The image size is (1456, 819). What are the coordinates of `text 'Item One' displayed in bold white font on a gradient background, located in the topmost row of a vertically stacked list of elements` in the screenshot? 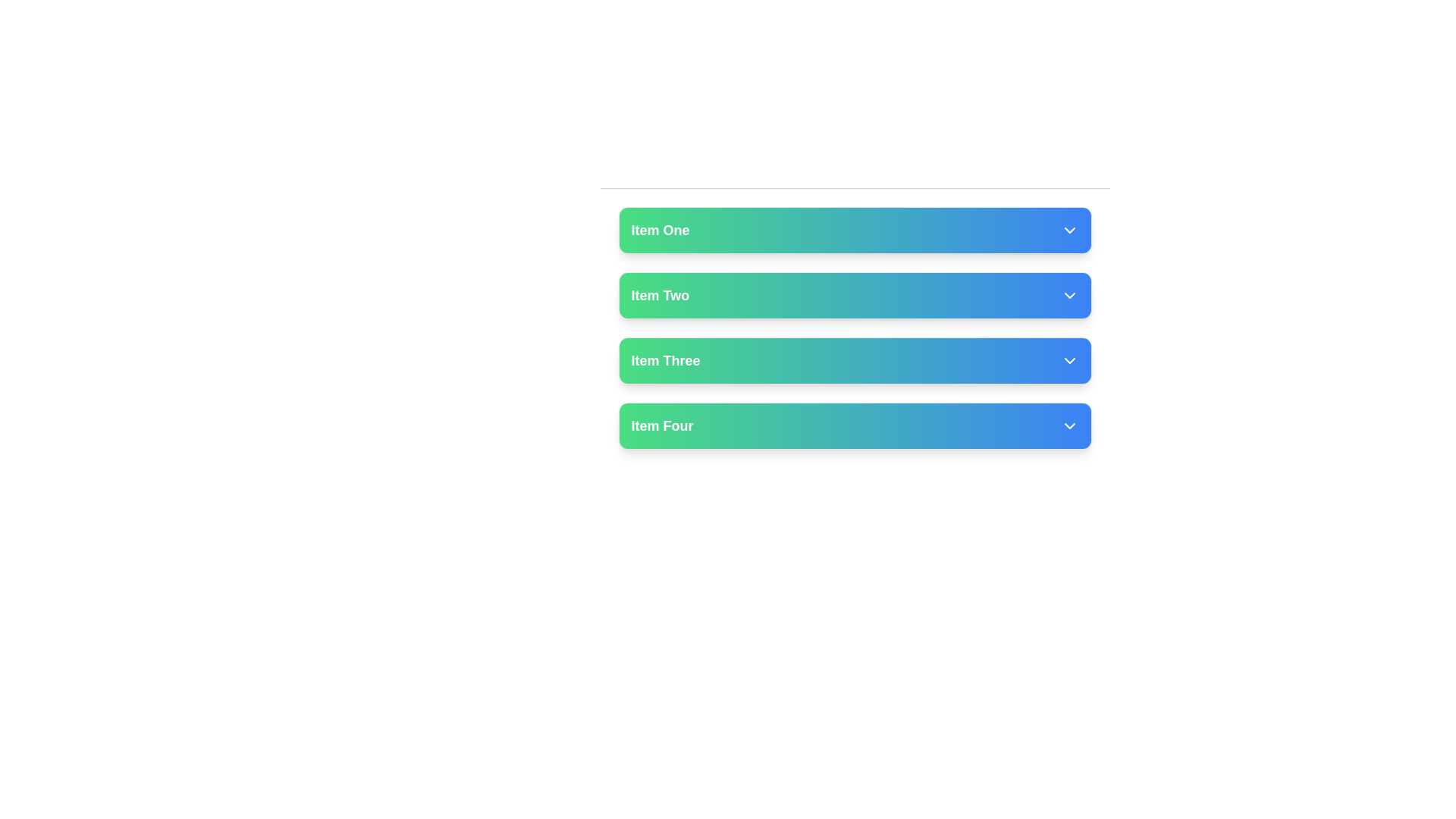 It's located at (661, 231).